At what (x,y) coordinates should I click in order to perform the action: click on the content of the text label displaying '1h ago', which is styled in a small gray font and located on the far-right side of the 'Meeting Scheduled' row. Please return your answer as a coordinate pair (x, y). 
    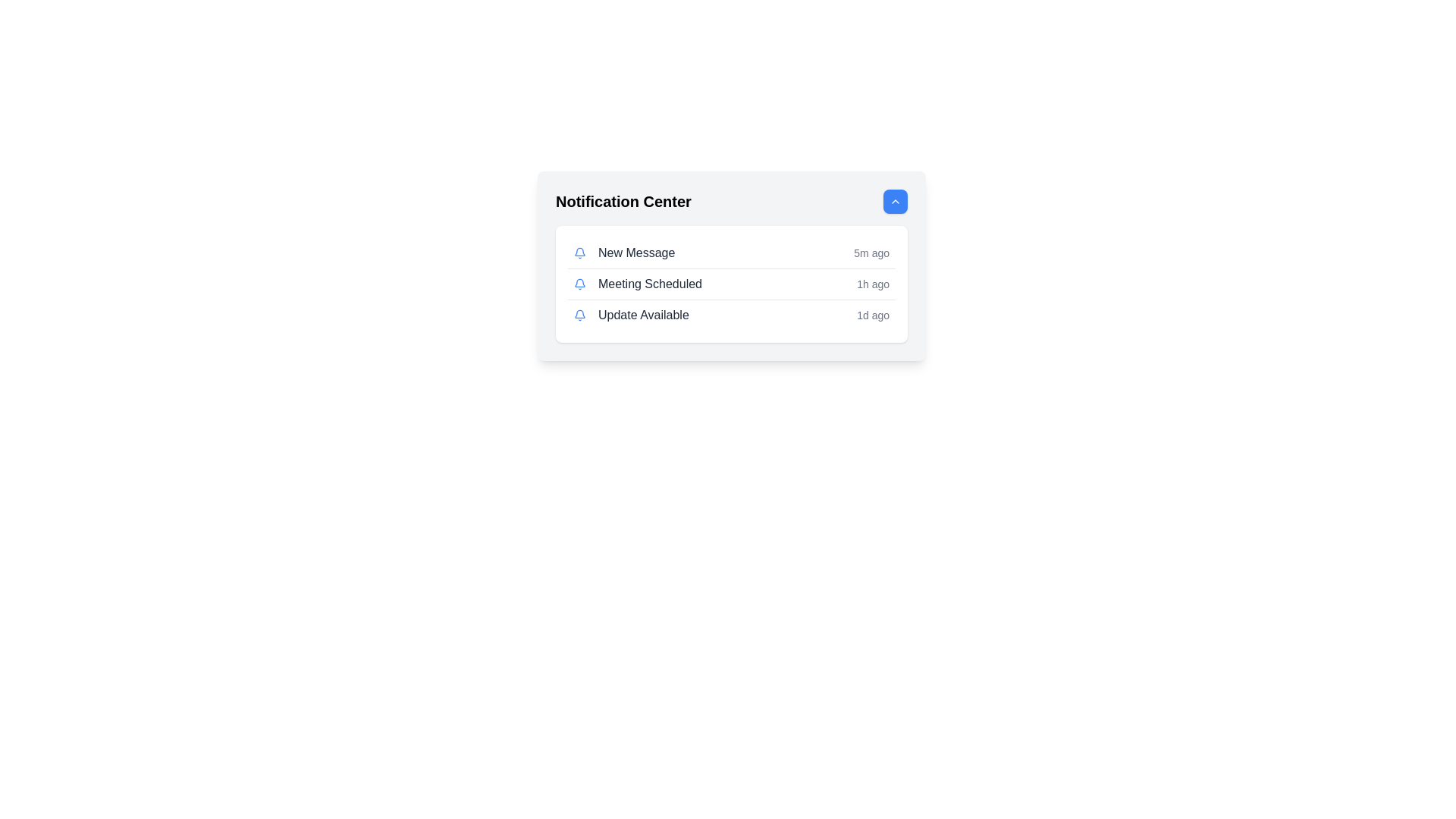
    Looking at the image, I should click on (873, 284).